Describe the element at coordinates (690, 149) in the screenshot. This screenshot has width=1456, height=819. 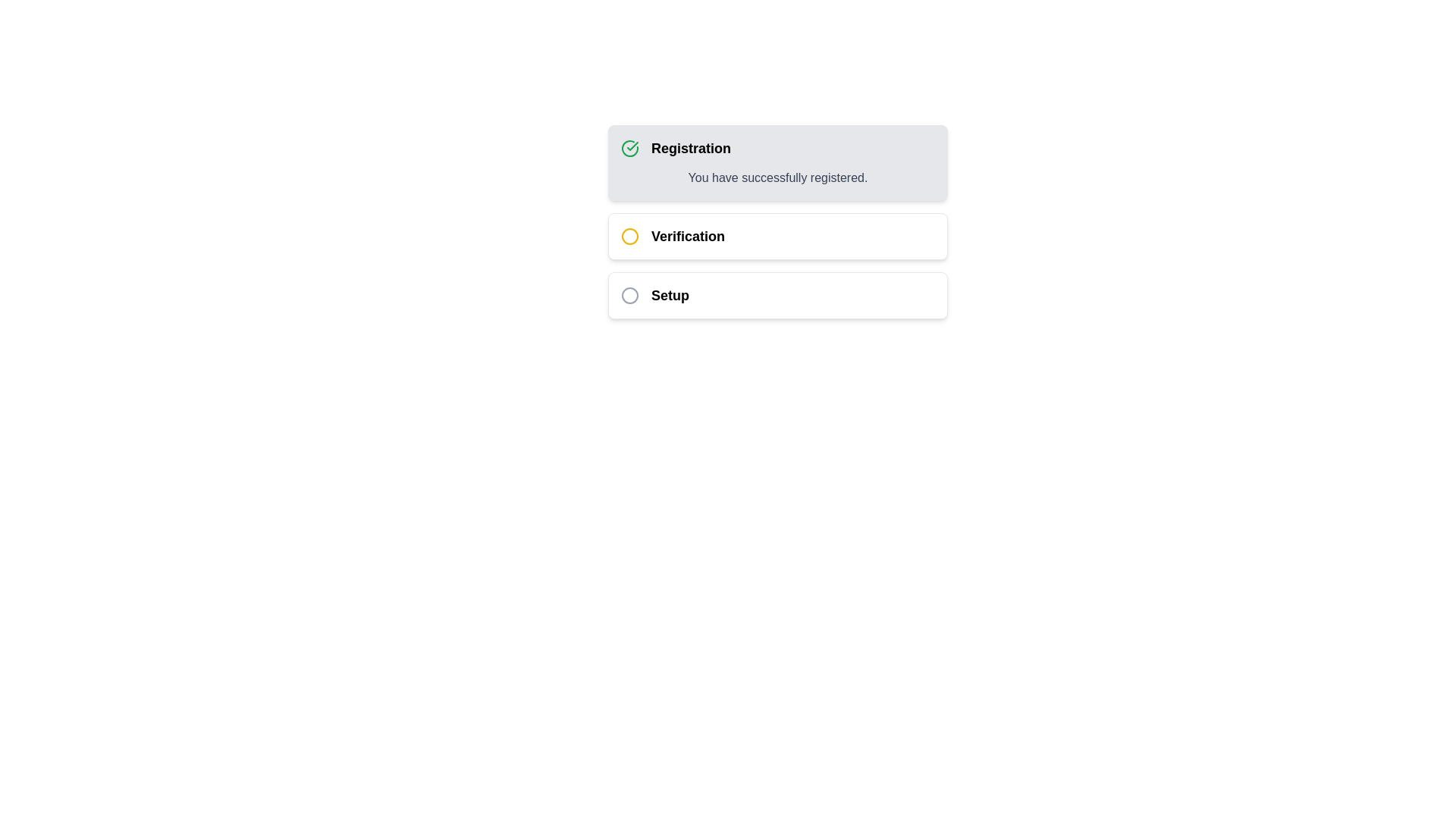
I see `the 'Registration' text label, which is bold and slightly larger, indicating a section in the process, positioned to the right of a green checkmark icon` at that location.